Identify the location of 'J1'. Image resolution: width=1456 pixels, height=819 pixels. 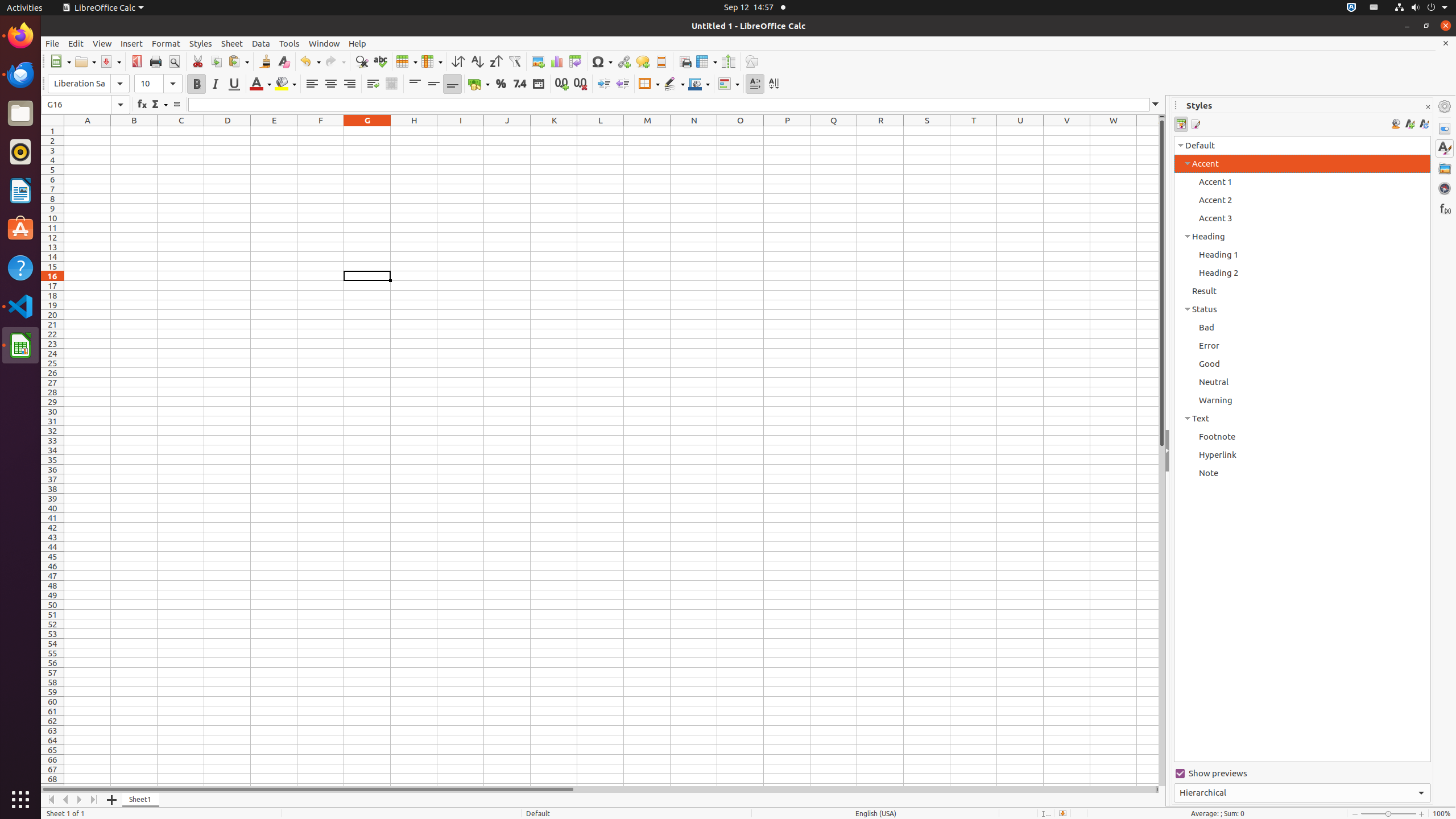
(506, 130).